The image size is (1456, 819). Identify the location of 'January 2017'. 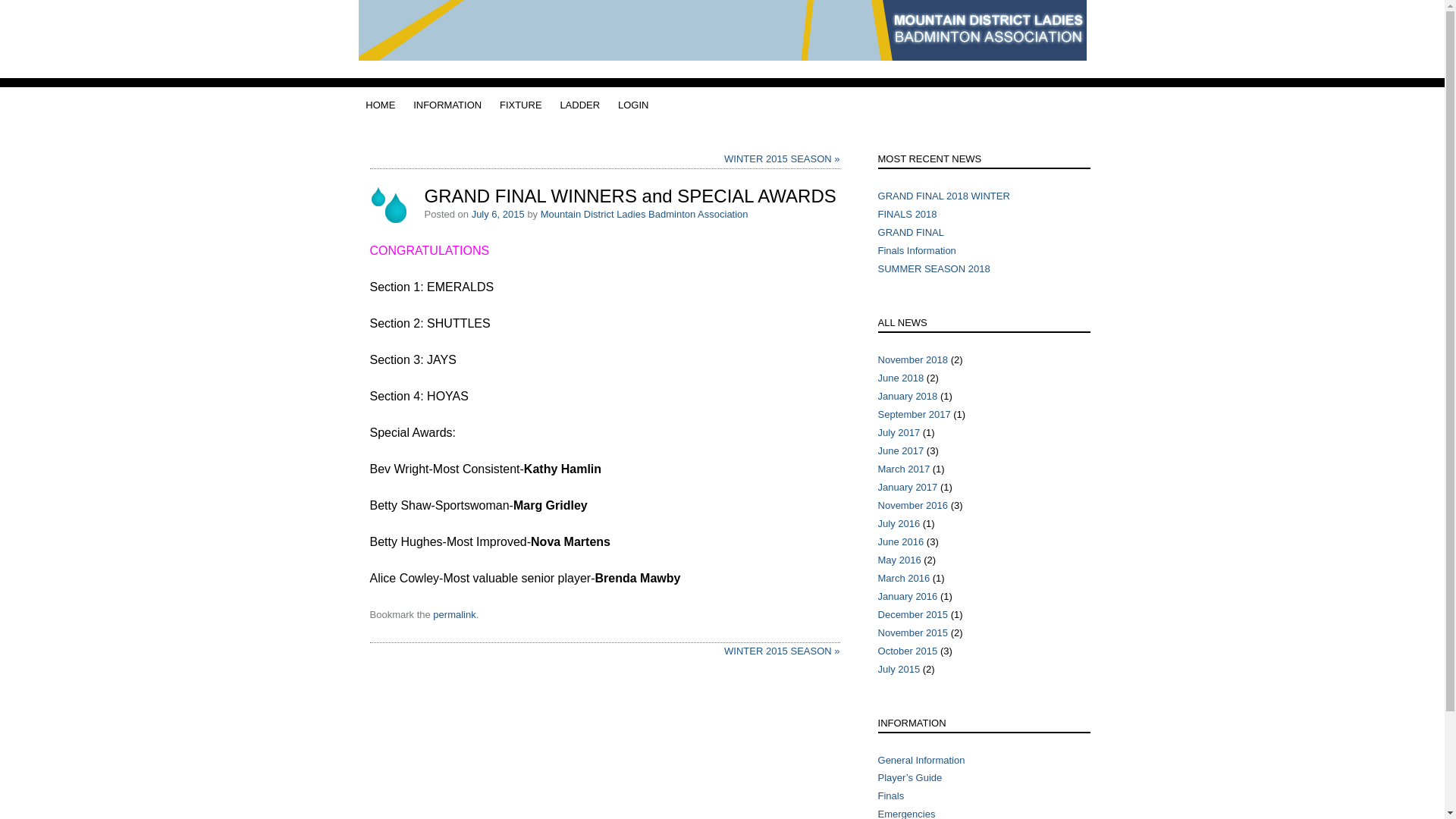
(908, 487).